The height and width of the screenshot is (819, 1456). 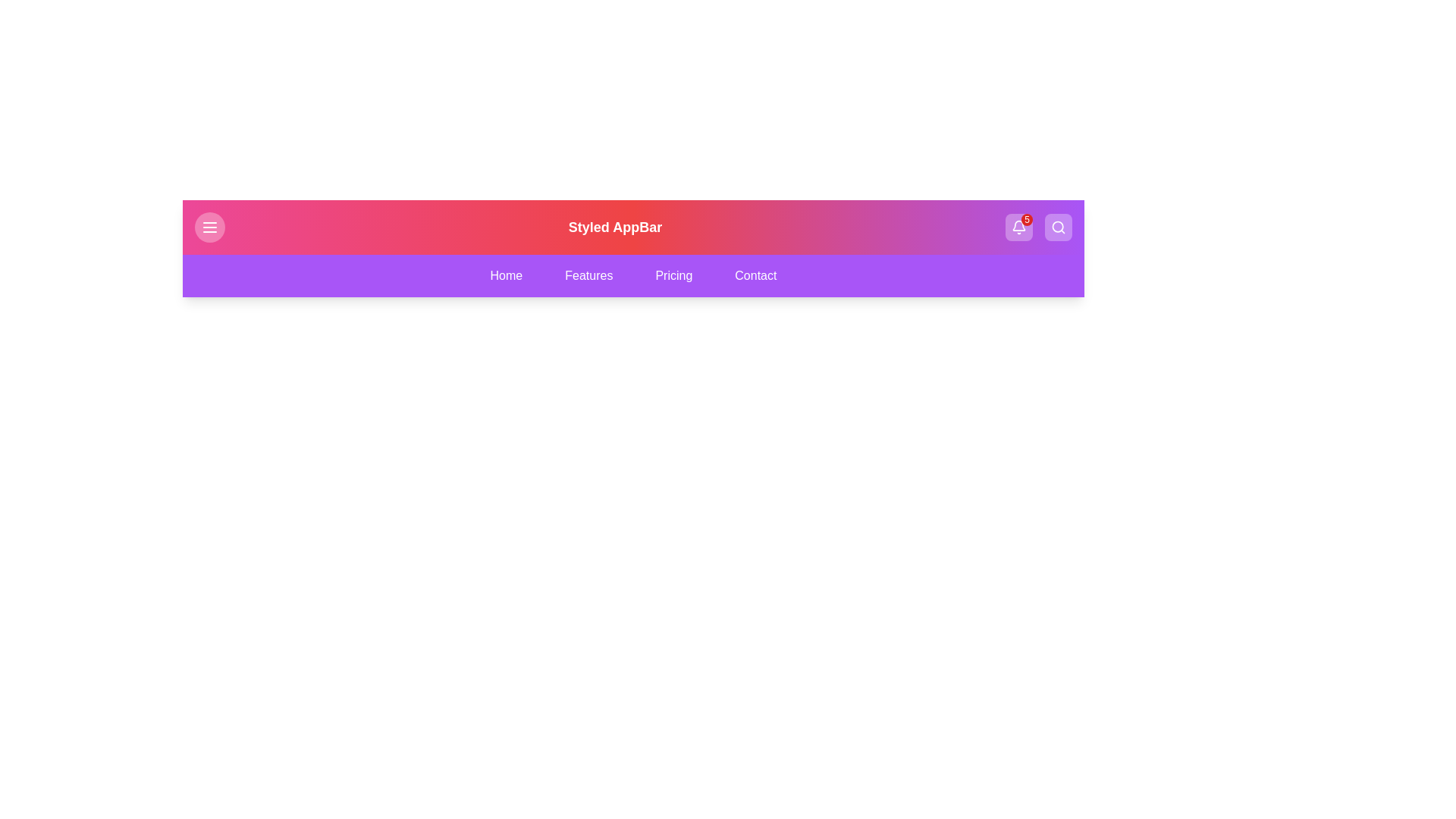 I want to click on the search button in the StyledAppBar, so click(x=1057, y=227).